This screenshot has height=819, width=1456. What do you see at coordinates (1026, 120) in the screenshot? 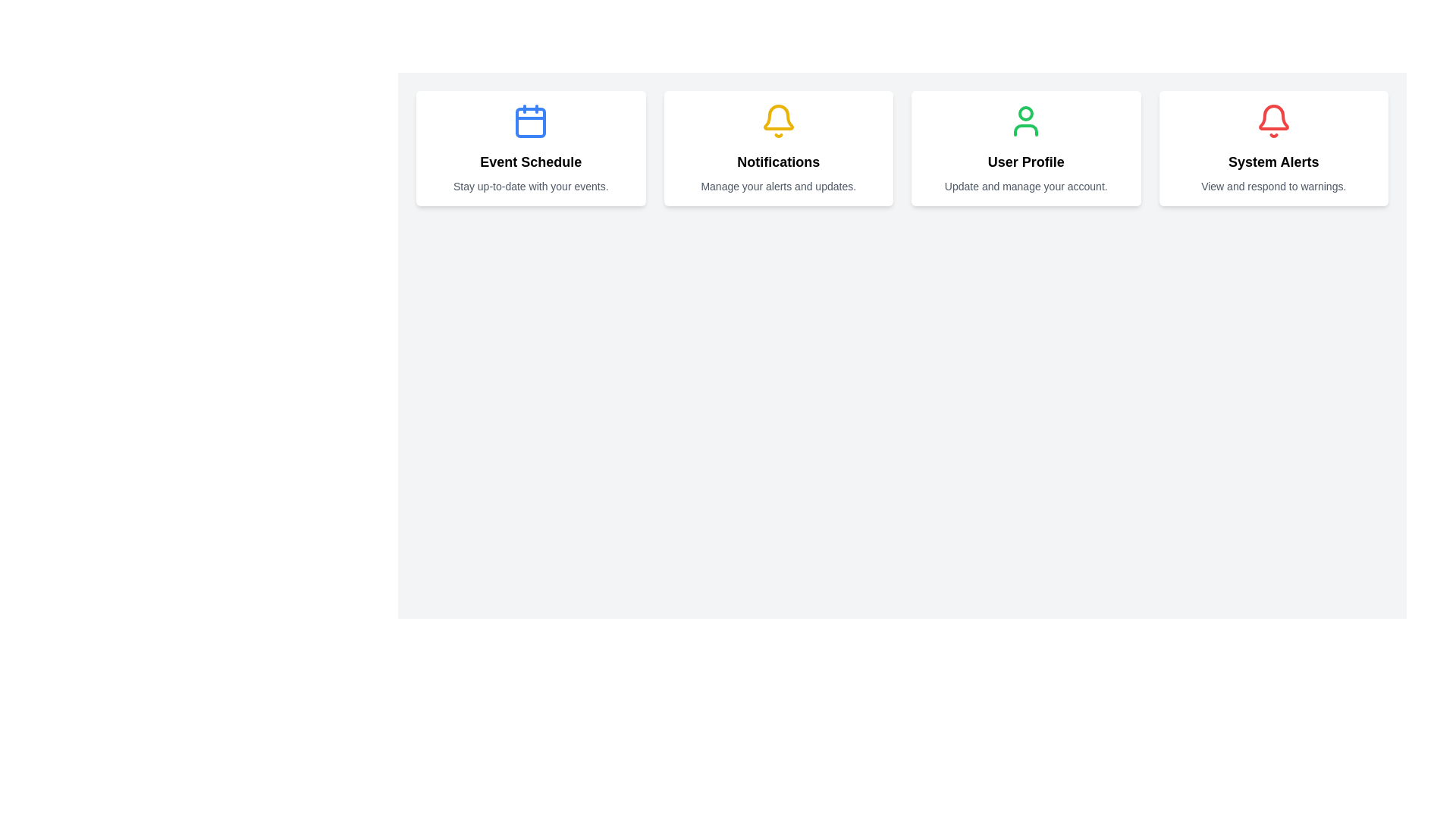
I see `the green user profile icon located at the upper center of the 'User Profile' card in the grid layout` at bounding box center [1026, 120].